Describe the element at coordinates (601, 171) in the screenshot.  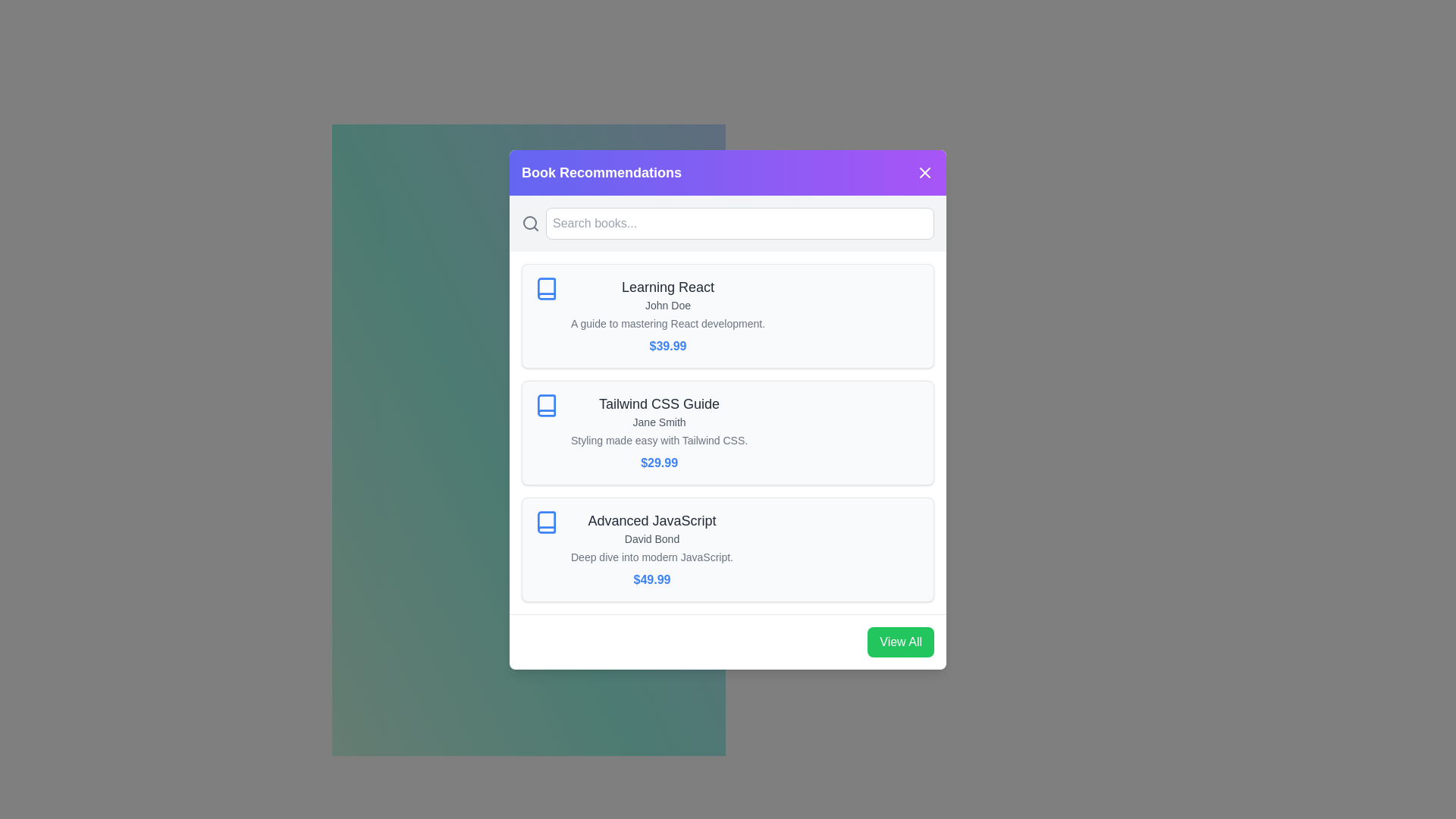
I see `the Text Label that serves as the title for the modal indicating it contains book recommendations` at that location.